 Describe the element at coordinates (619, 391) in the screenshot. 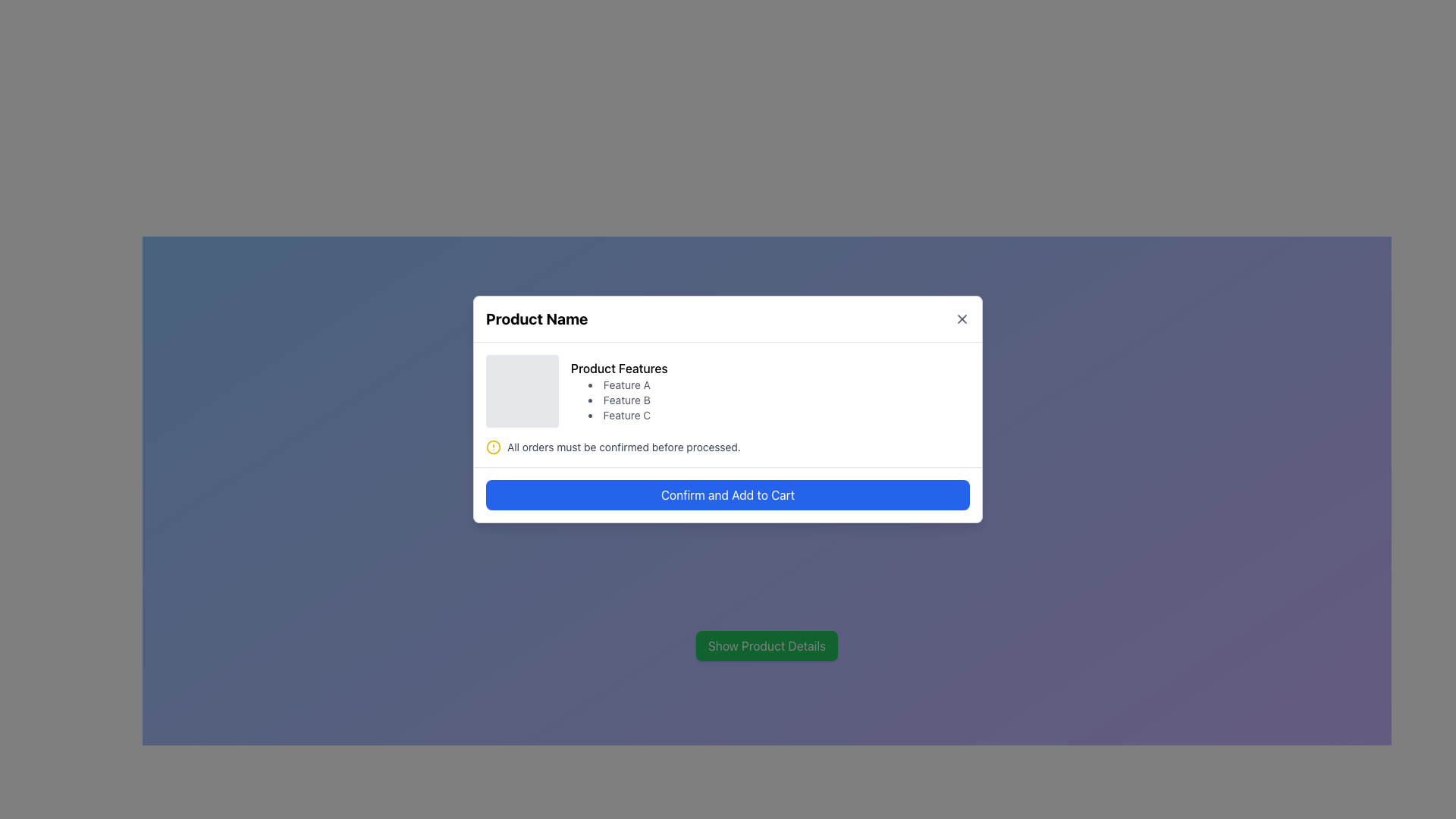

I see `text content block displaying 'Product Features' with a bulleted list of features: 'Feature A', 'Feature B', and 'Feature C'` at that location.